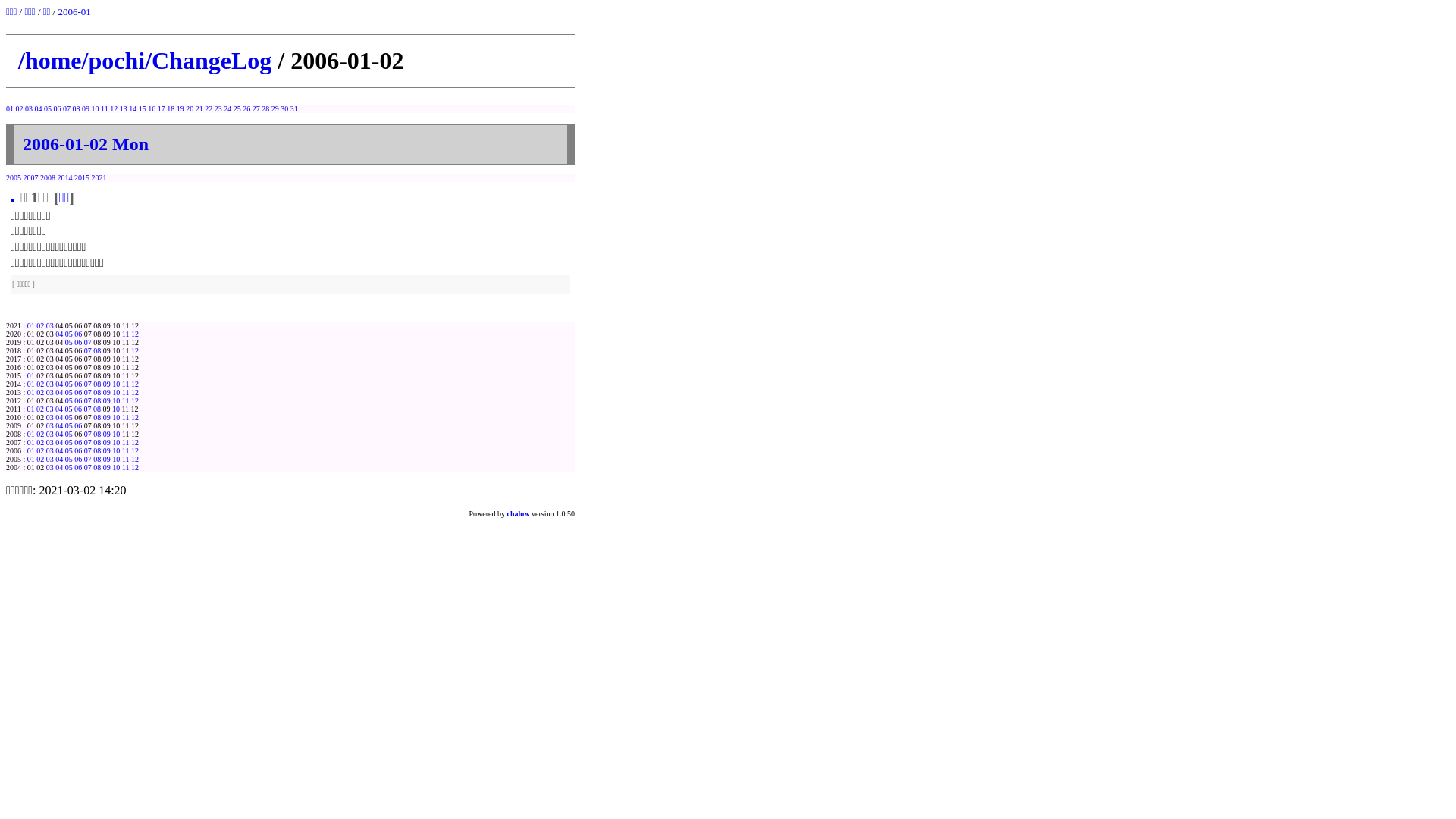 This screenshot has width=1456, height=819. What do you see at coordinates (96, 350) in the screenshot?
I see `'08'` at bounding box center [96, 350].